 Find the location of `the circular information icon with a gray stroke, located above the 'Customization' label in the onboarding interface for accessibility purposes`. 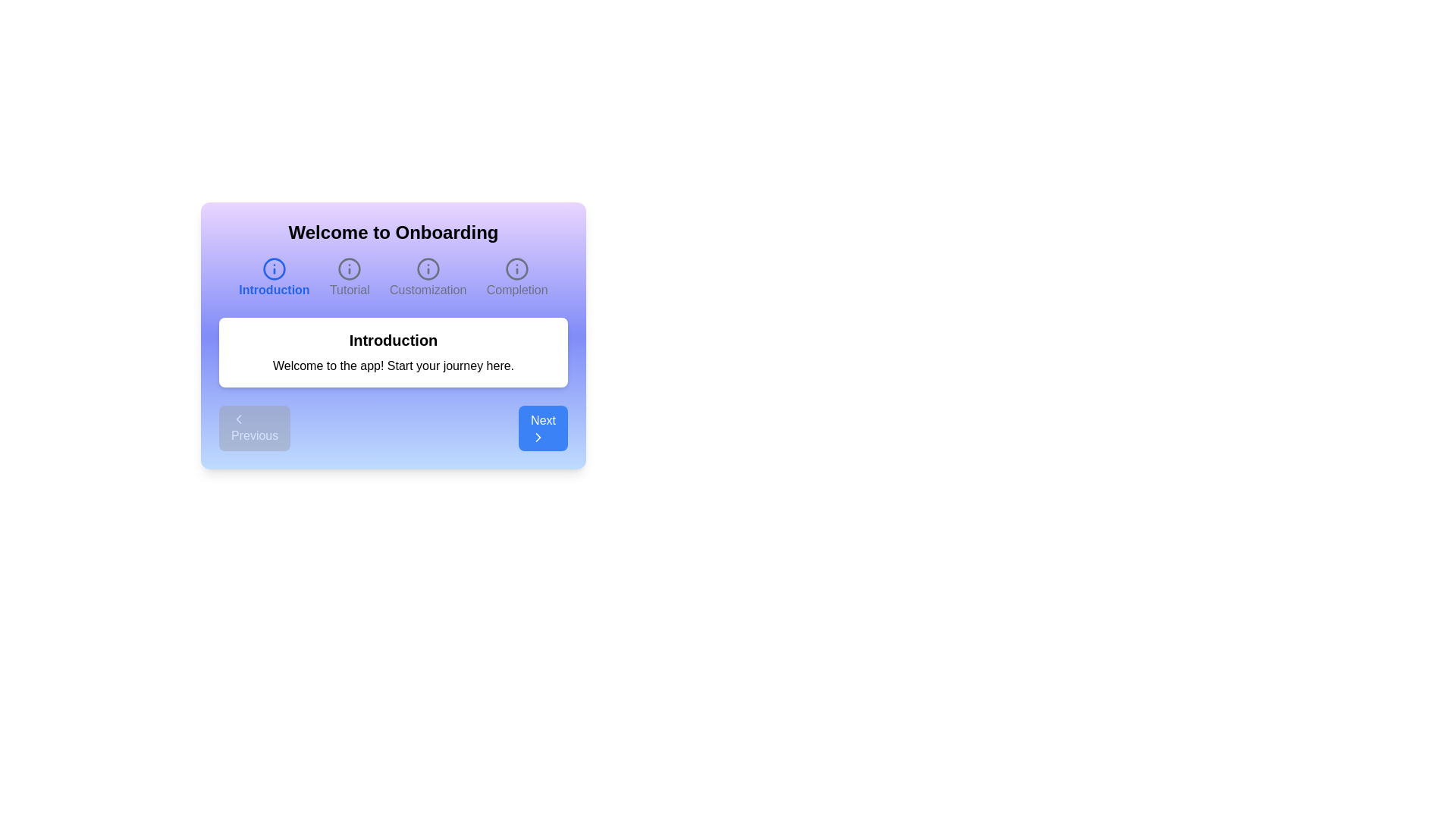

the circular information icon with a gray stroke, located above the 'Customization' label in the onboarding interface for accessibility purposes is located at coordinates (427, 268).